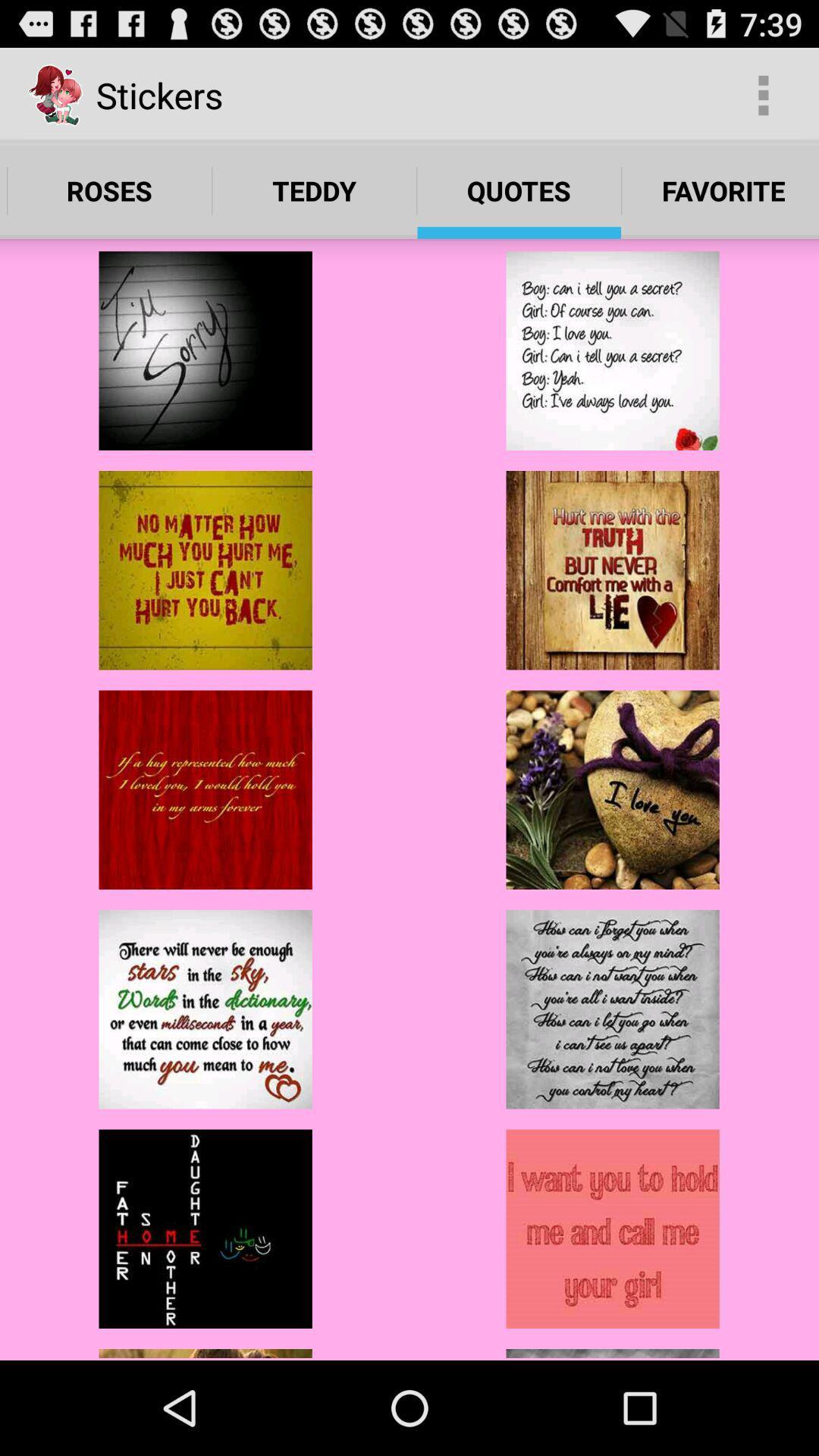 The width and height of the screenshot is (819, 1456). What do you see at coordinates (763, 94) in the screenshot?
I see `icon above the favorite` at bounding box center [763, 94].